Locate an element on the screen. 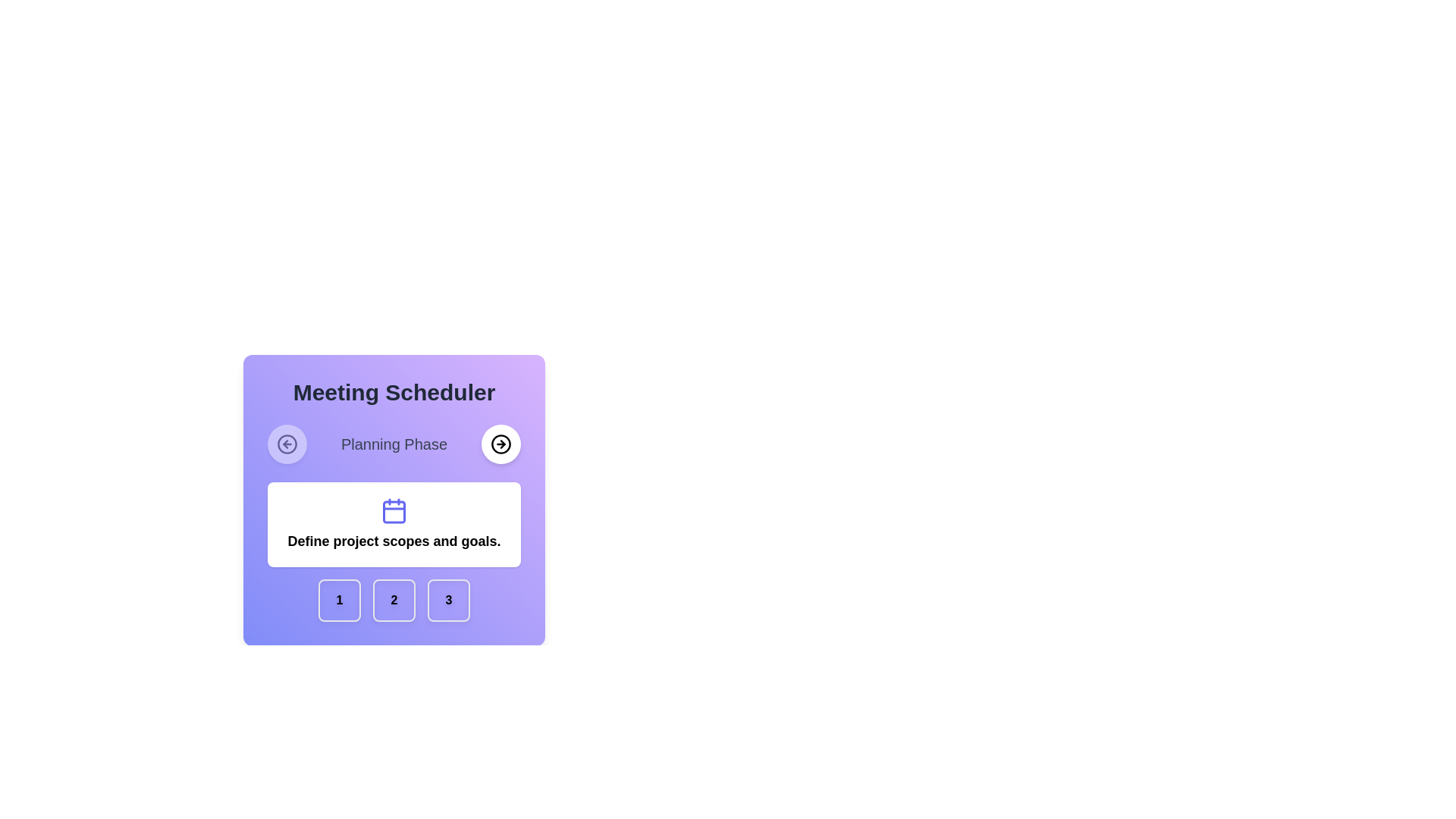 The image size is (1456, 819). the forward navigation icon button located in the top-right corner of the 'Meeting Scheduler' card is located at coordinates (501, 444).